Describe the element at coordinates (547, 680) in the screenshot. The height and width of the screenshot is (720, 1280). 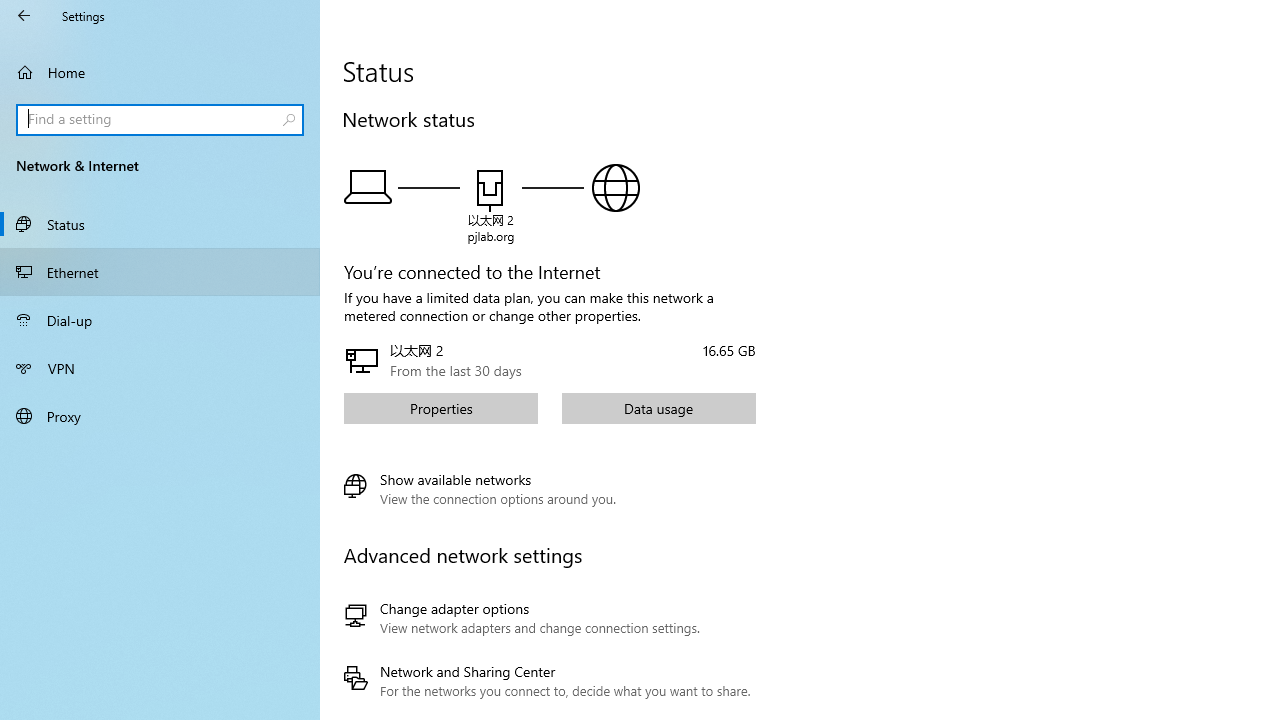
I see `'Network and Sharing Center'` at that location.